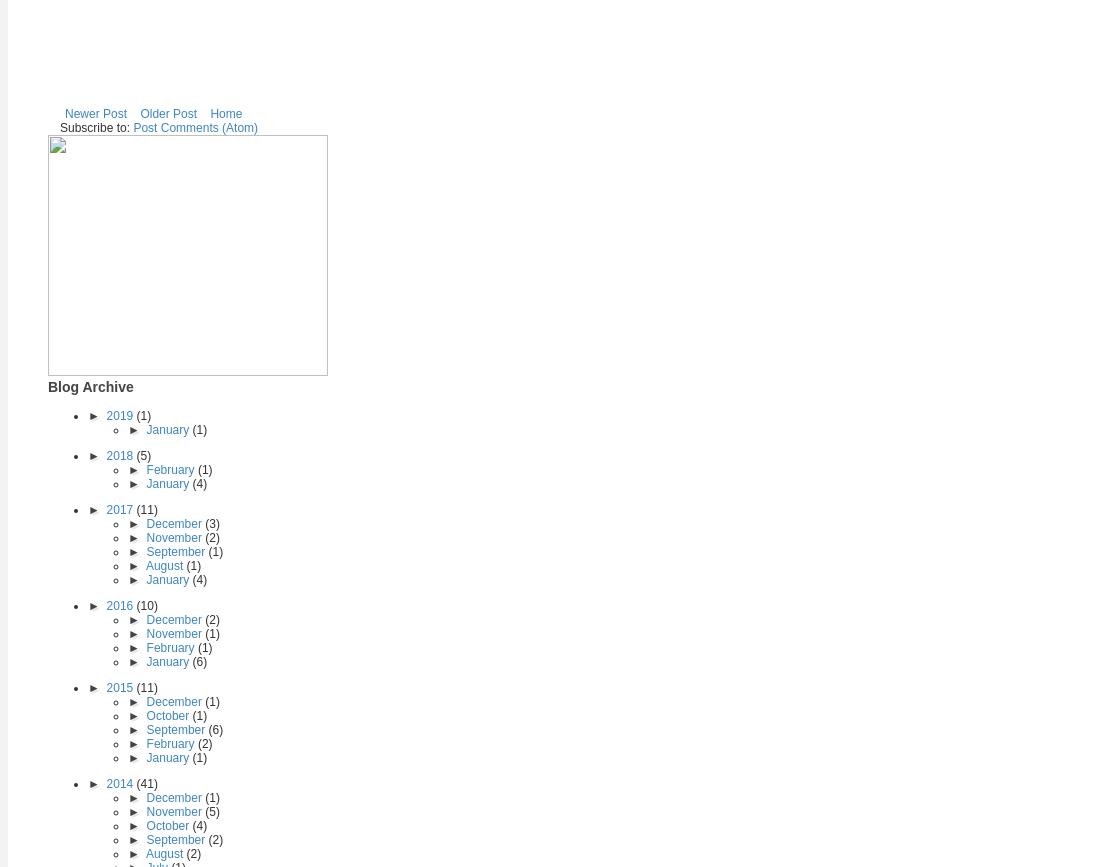  What do you see at coordinates (120, 454) in the screenshot?
I see `'2018'` at bounding box center [120, 454].